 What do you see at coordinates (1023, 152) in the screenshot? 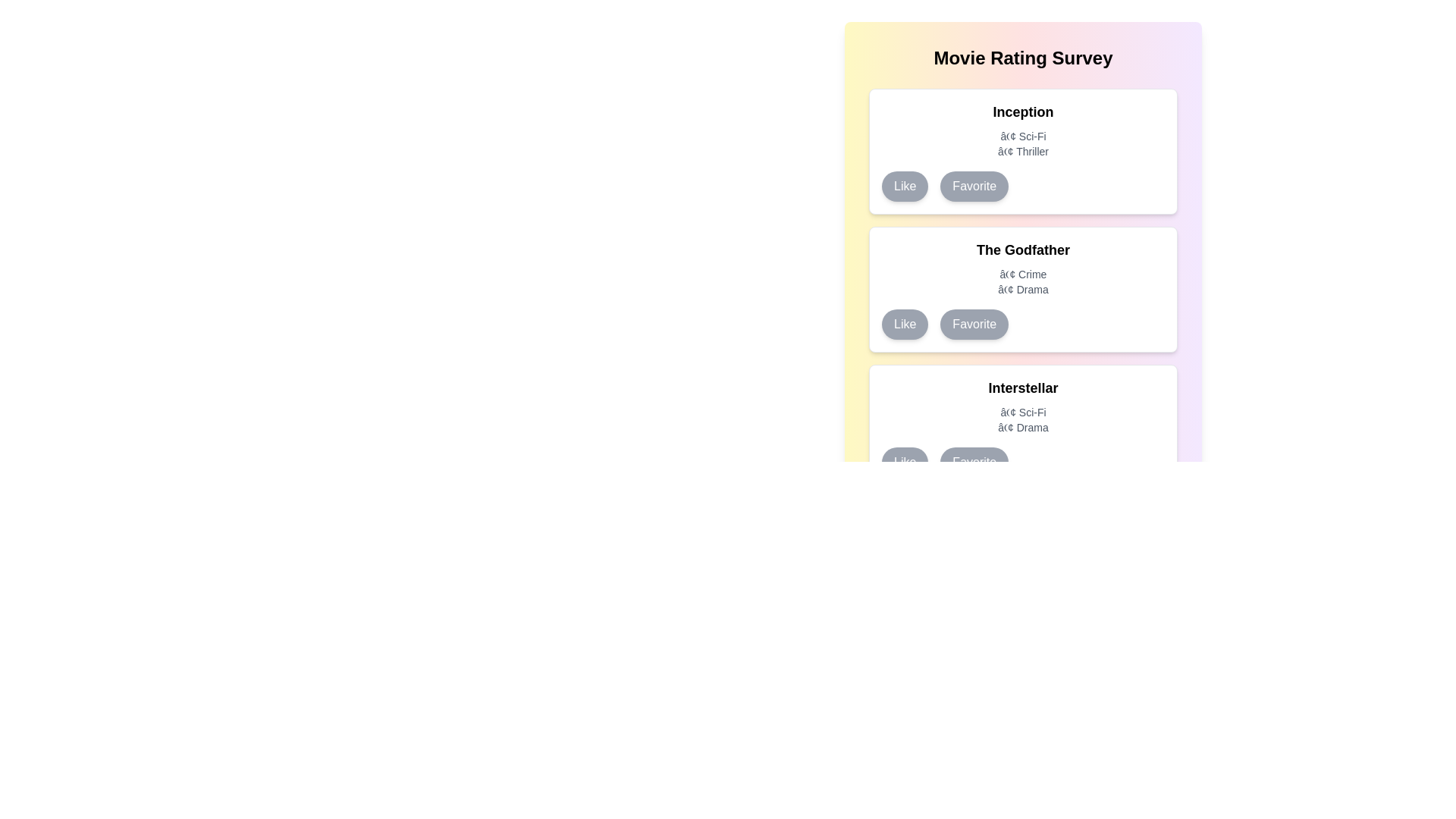
I see `the non-interactive text label displaying the genre of the movie 'Inception', located below the title and following '• Sci-Fi'` at bounding box center [1023, 152].